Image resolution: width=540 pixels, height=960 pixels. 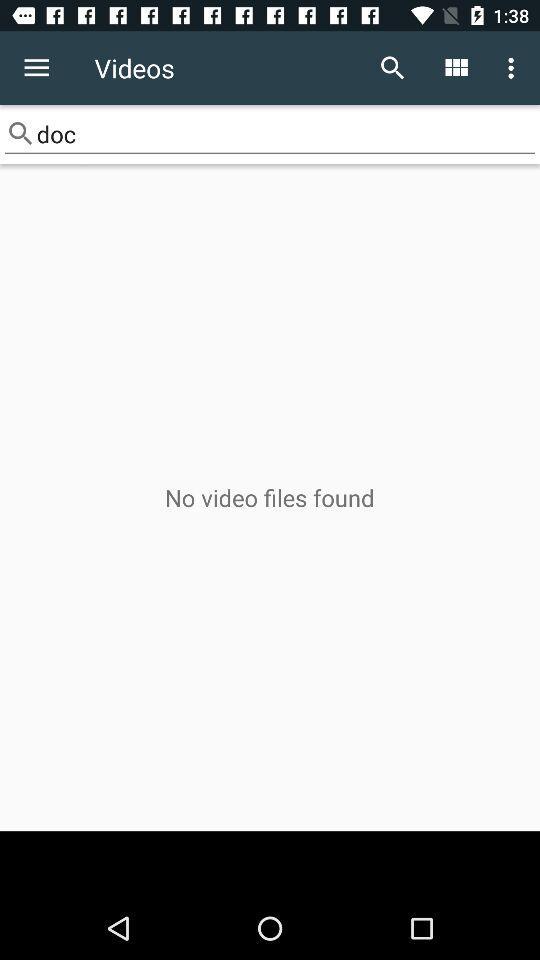 I want to click on the icon to the left of videos icon, so click(x=36, y=68).